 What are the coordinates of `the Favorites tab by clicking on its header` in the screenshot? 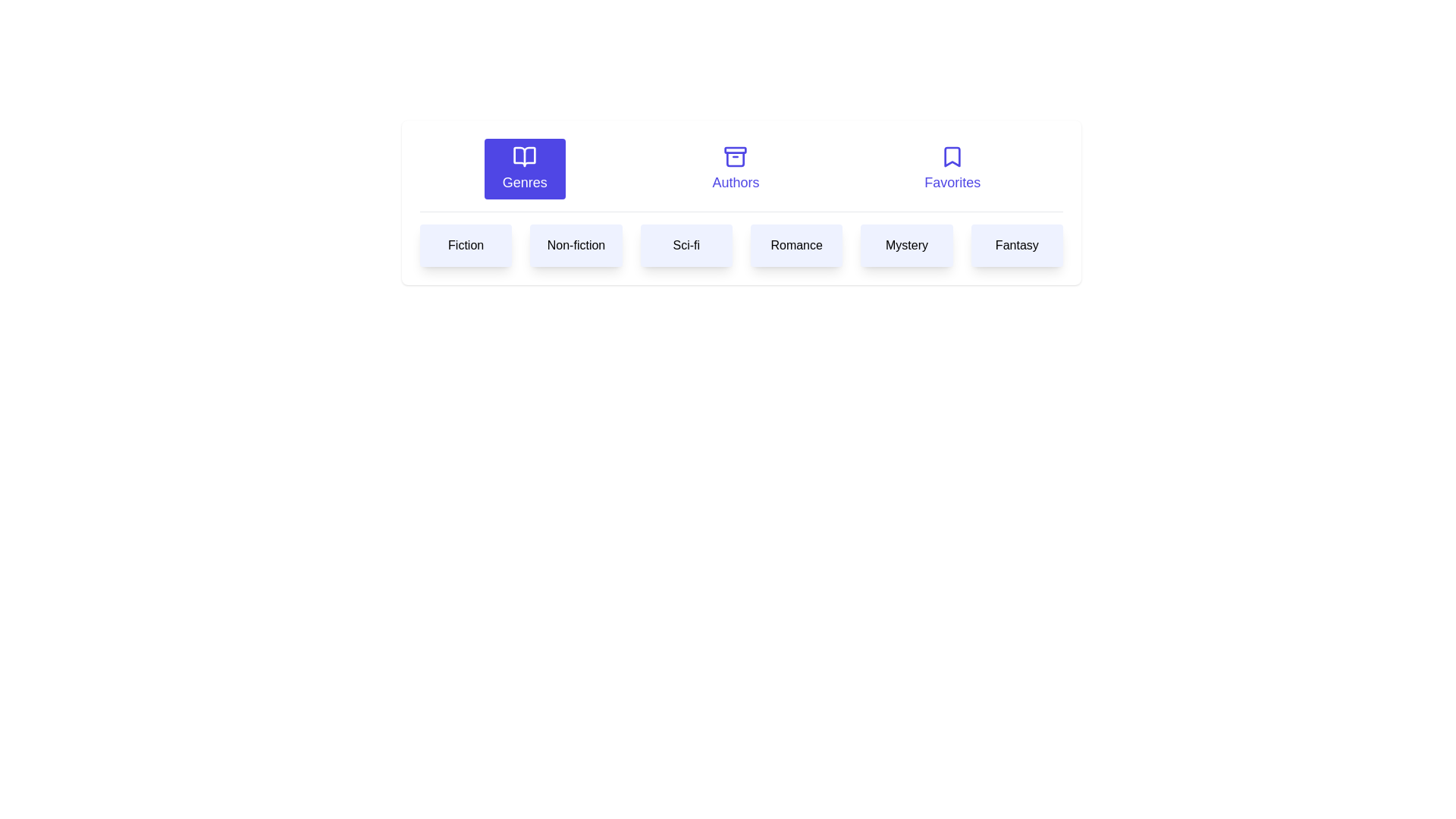 It's located at (952, 169).